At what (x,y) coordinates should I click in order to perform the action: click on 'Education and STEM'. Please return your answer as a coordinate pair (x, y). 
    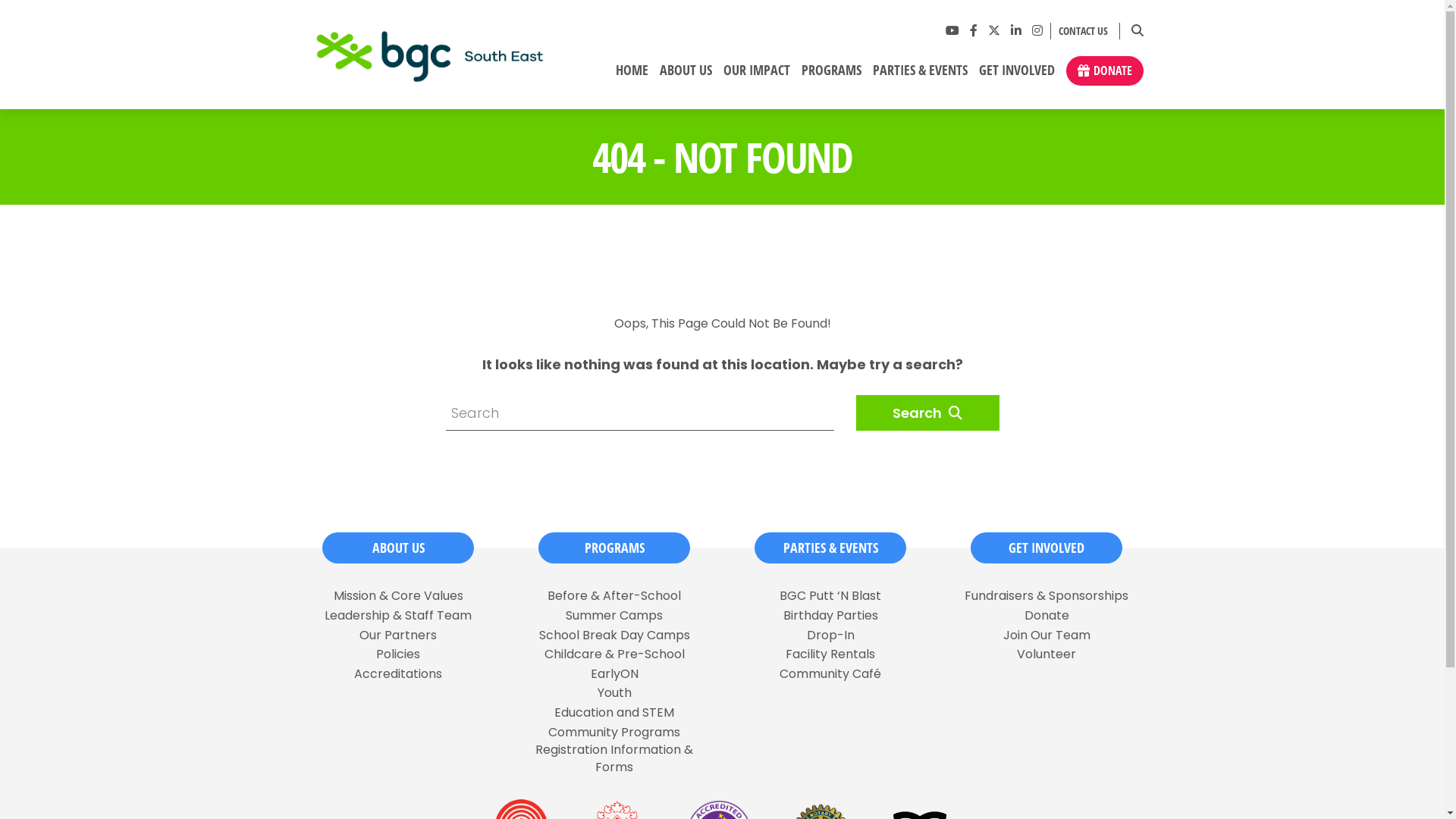
    Looking at the image, I should click on (553, 713).